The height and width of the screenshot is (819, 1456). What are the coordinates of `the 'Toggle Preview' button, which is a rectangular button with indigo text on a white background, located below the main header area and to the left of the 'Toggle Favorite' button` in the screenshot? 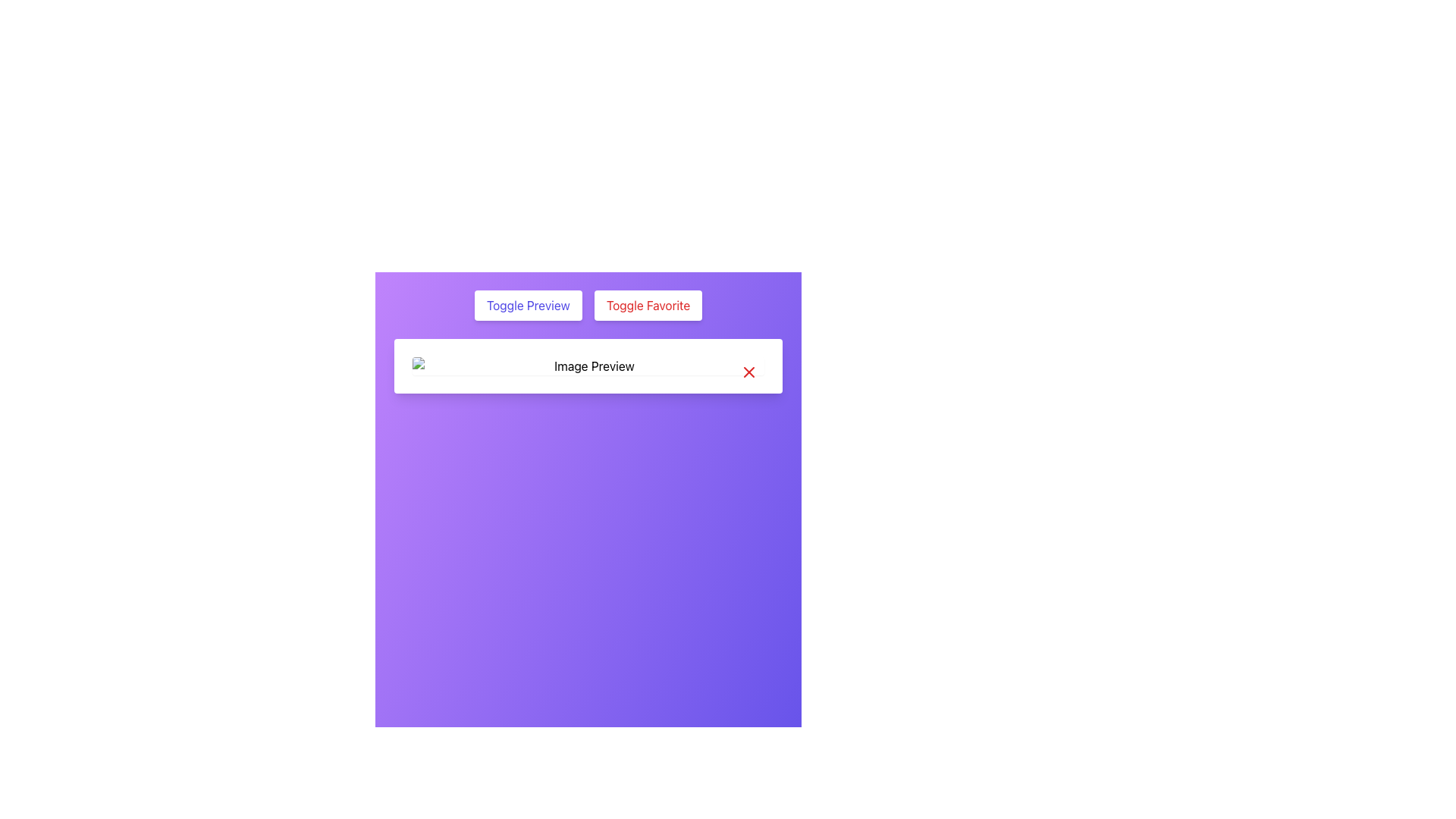 It's located at (528, 305).